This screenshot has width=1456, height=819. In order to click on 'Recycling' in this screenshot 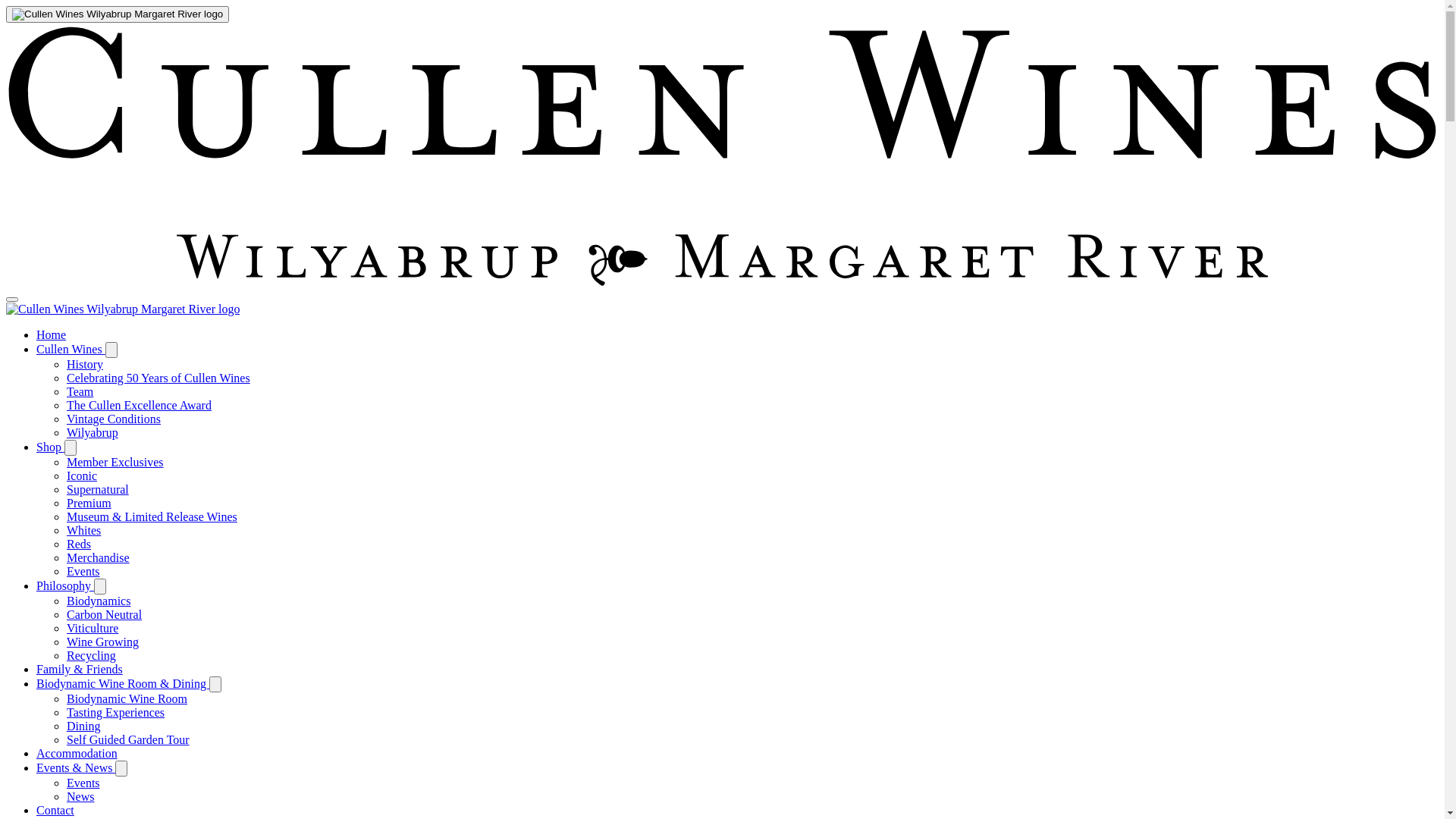, I will do `click(65, 654)`.